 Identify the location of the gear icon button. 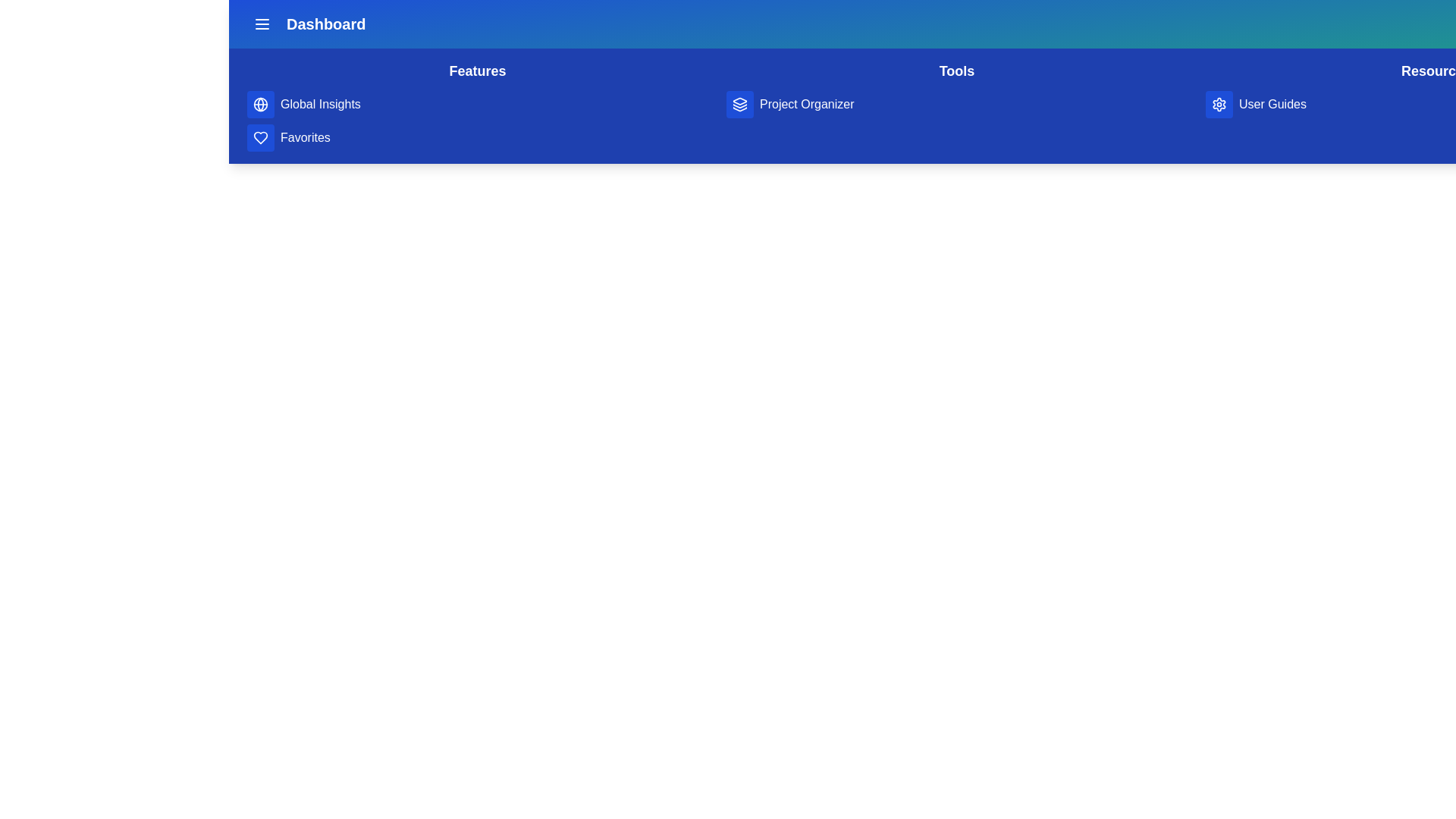
(1219, 104).